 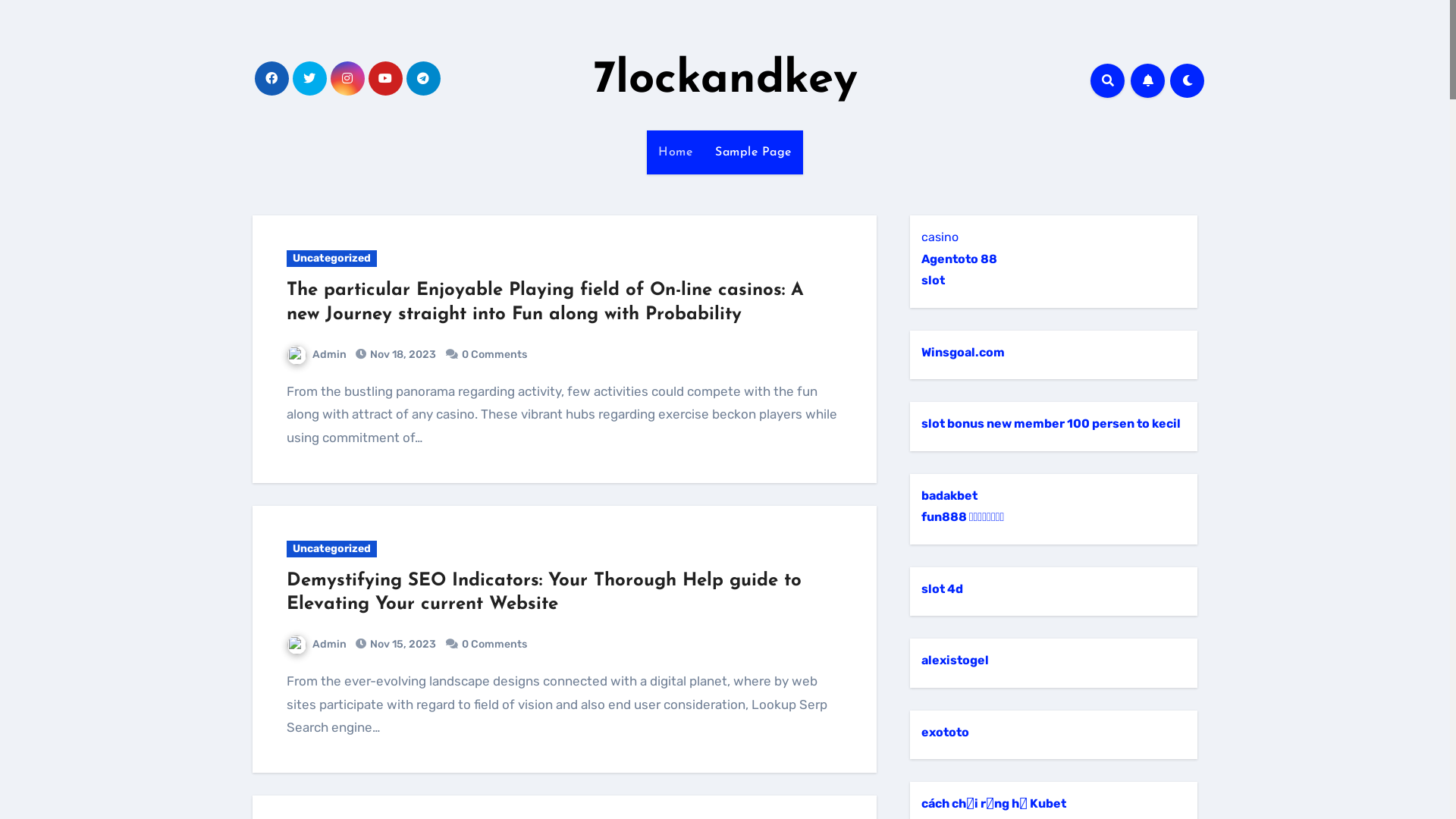 I want to click on 'exototo', so click(x=920, y=731).